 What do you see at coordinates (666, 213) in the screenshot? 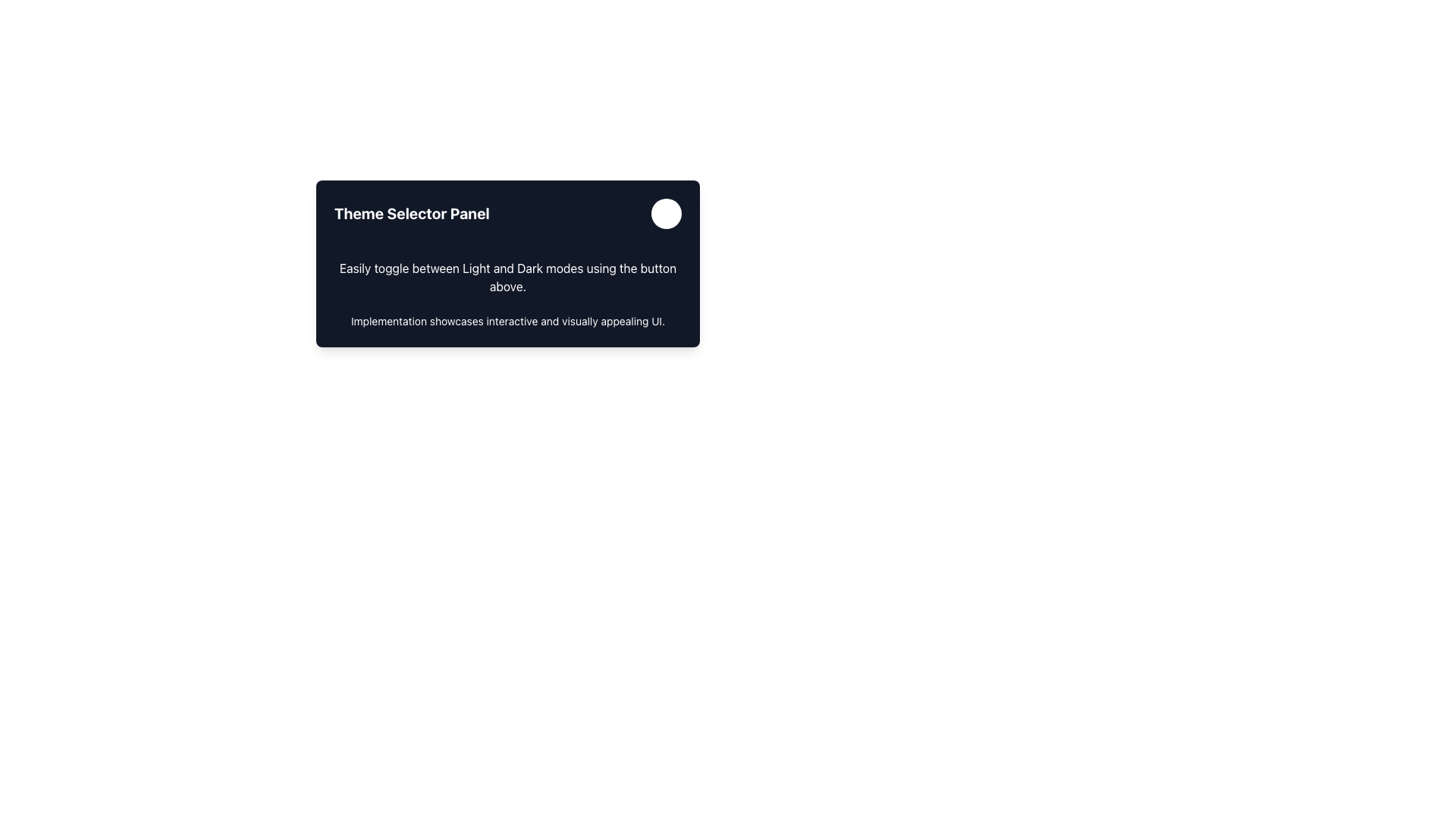
I see `the theme toggle button located on the far-right side of the 'Theme Selector Panel'` at bounding box center [666, 213].